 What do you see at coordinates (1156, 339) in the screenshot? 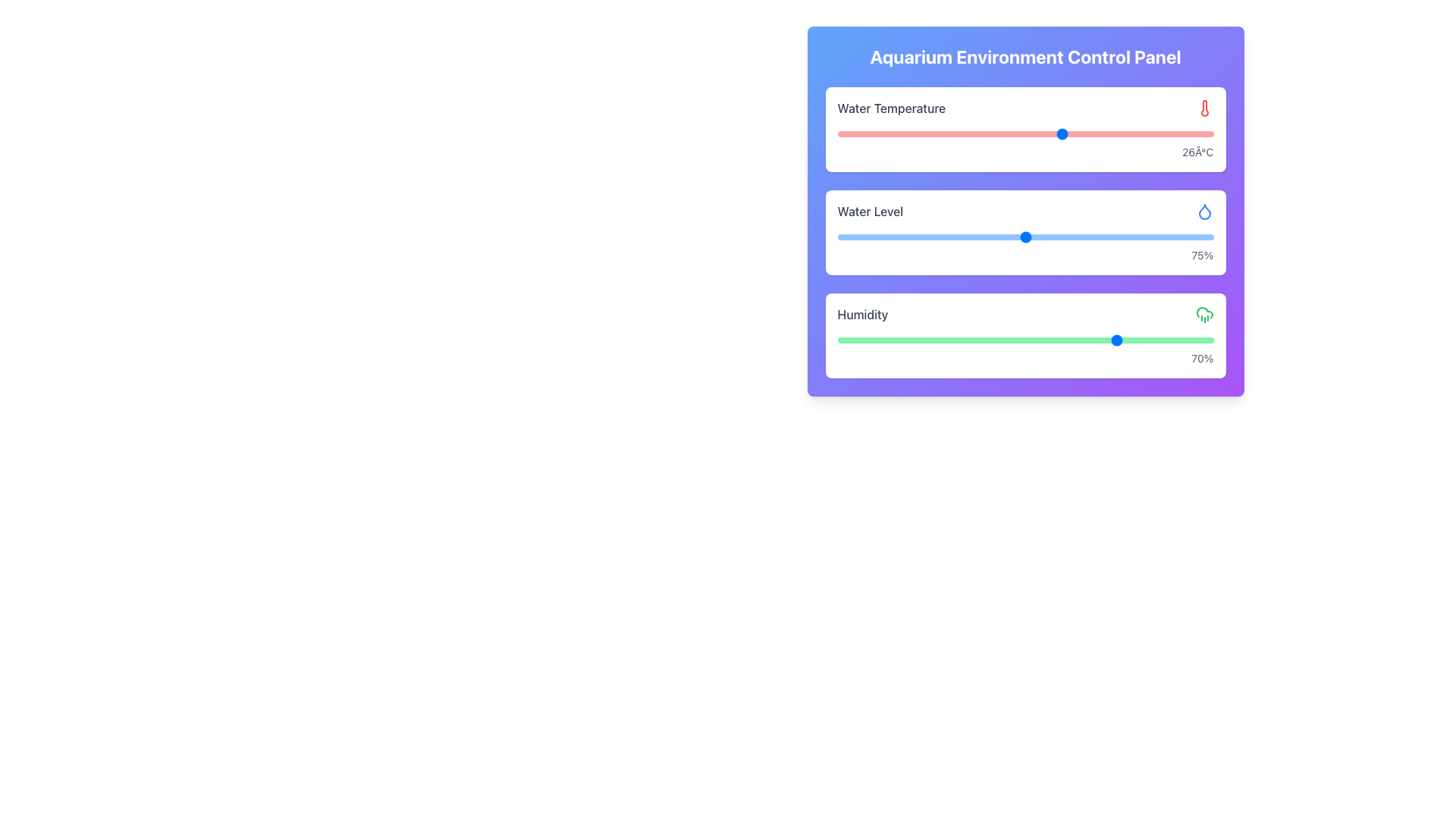
I see `the humidity` at bounding box center [1156, 339].